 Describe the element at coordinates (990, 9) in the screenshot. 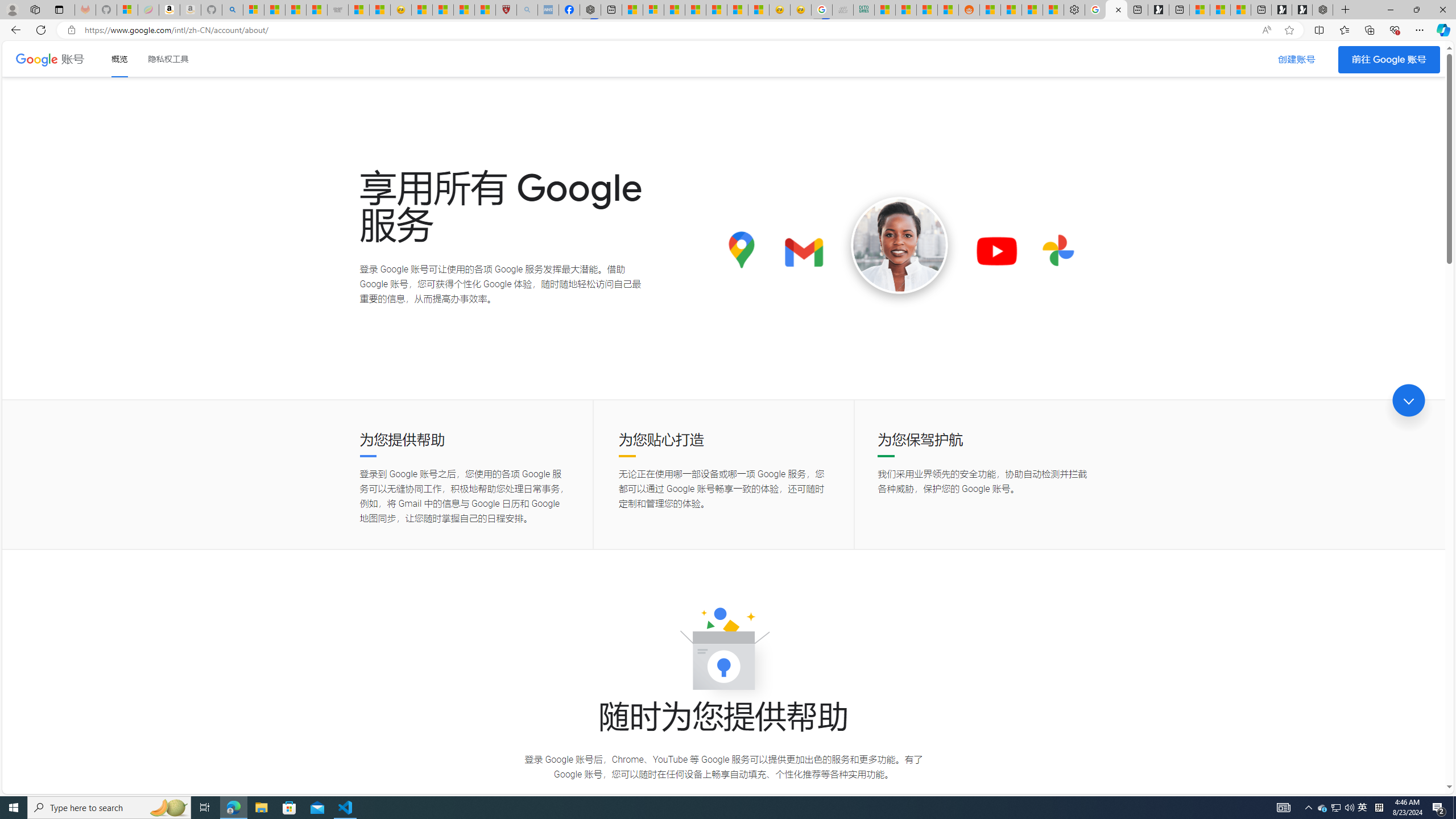

I see `'R******* | Trusted Community Engagement and Contributions'` at that location.